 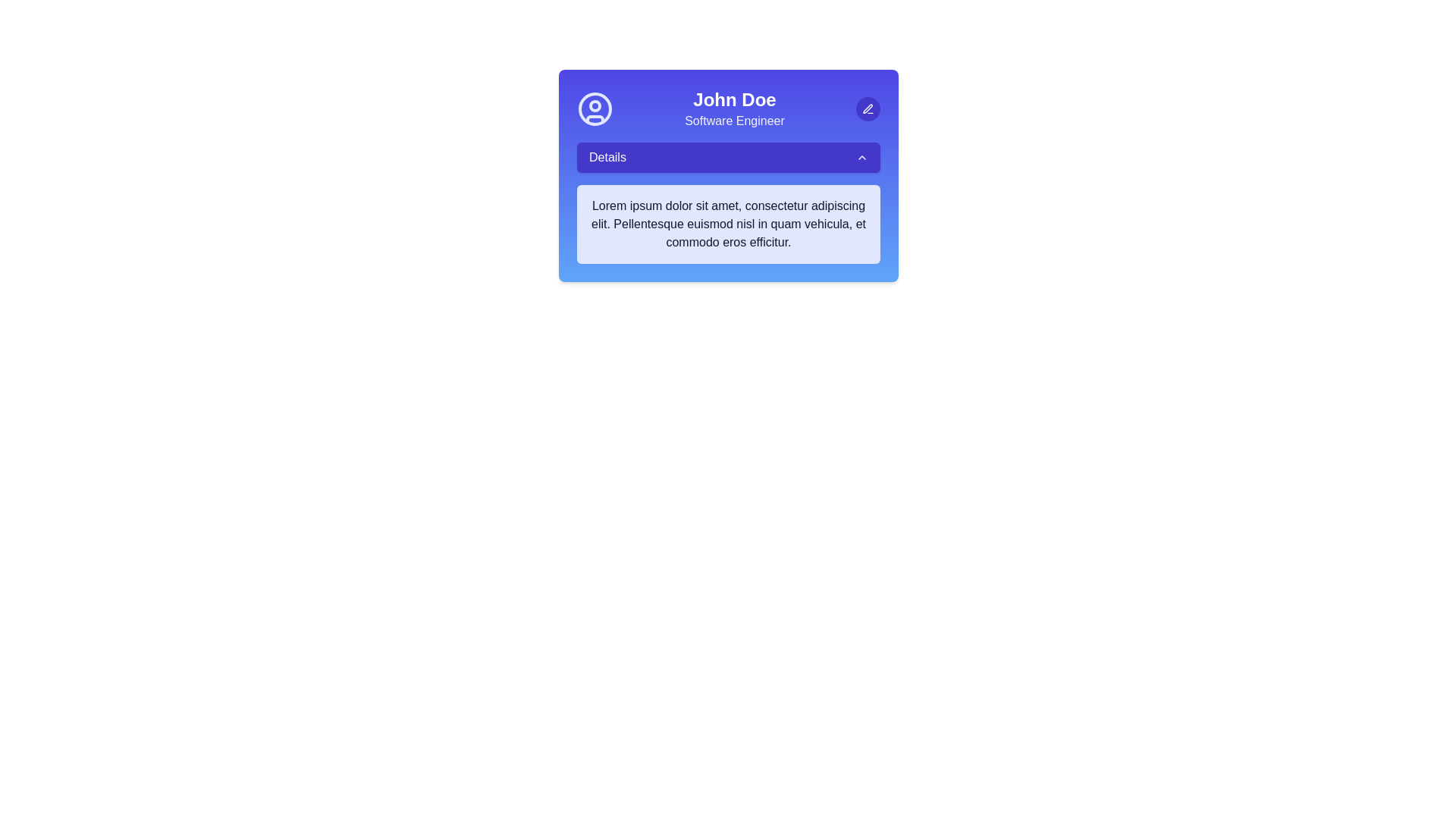 I want to click on the decorative circle element that acts as a boundary for the user profile icon located in the top-left corner of the card header, so click(x=595, y=108).